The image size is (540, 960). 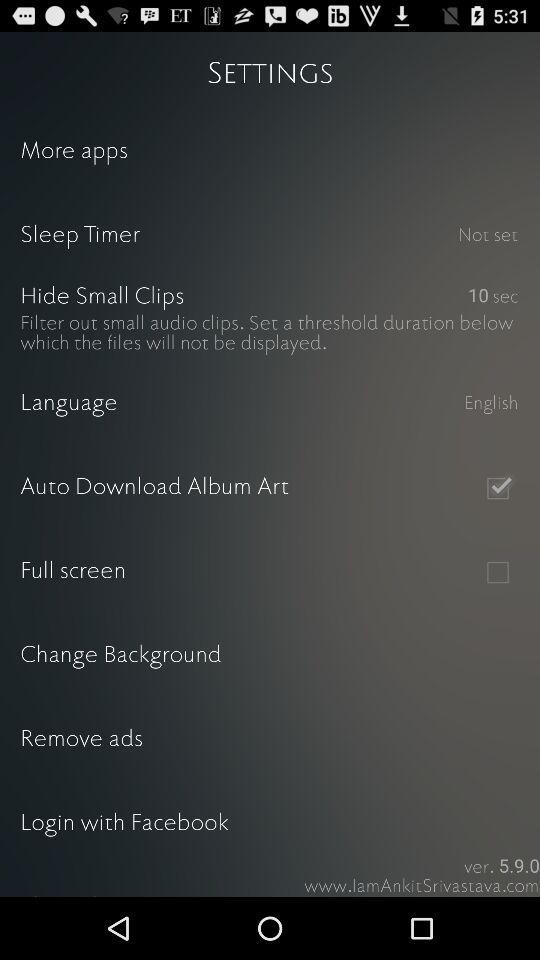 I want to click on item below auto download album item, so click(x=496, y=572).